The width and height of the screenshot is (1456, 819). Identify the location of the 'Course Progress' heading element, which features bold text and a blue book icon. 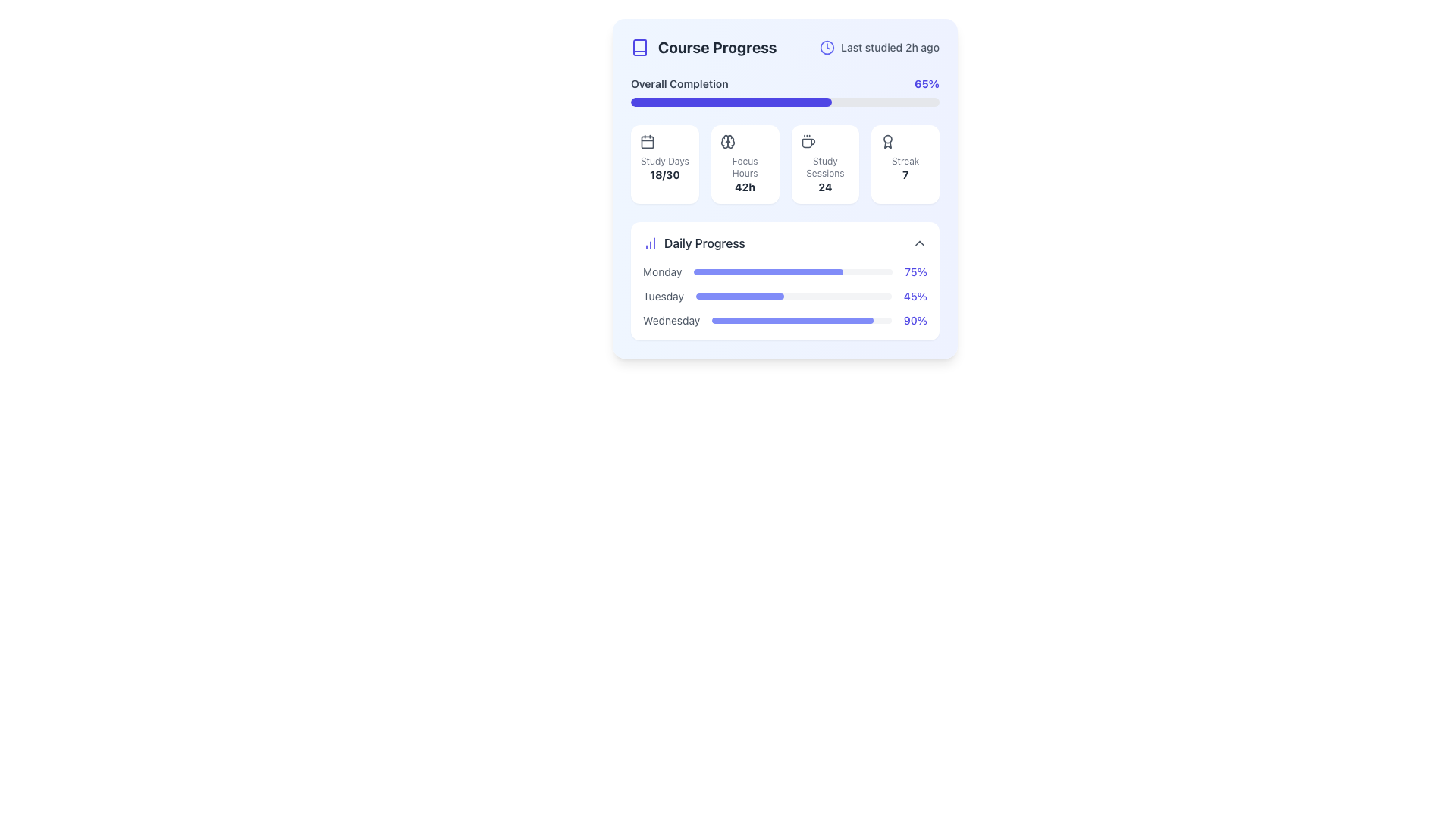
(702, 46).